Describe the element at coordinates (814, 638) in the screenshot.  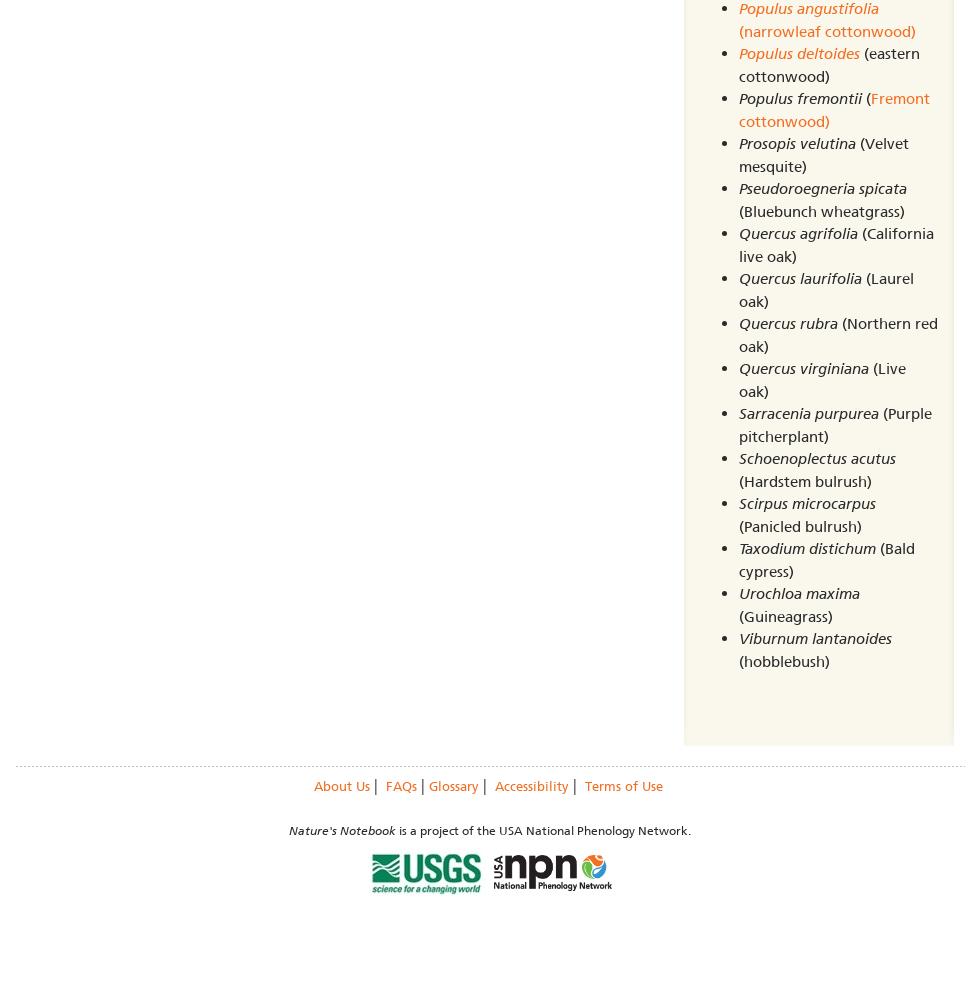
I see `'Viburnum lantanoides'` at that location.